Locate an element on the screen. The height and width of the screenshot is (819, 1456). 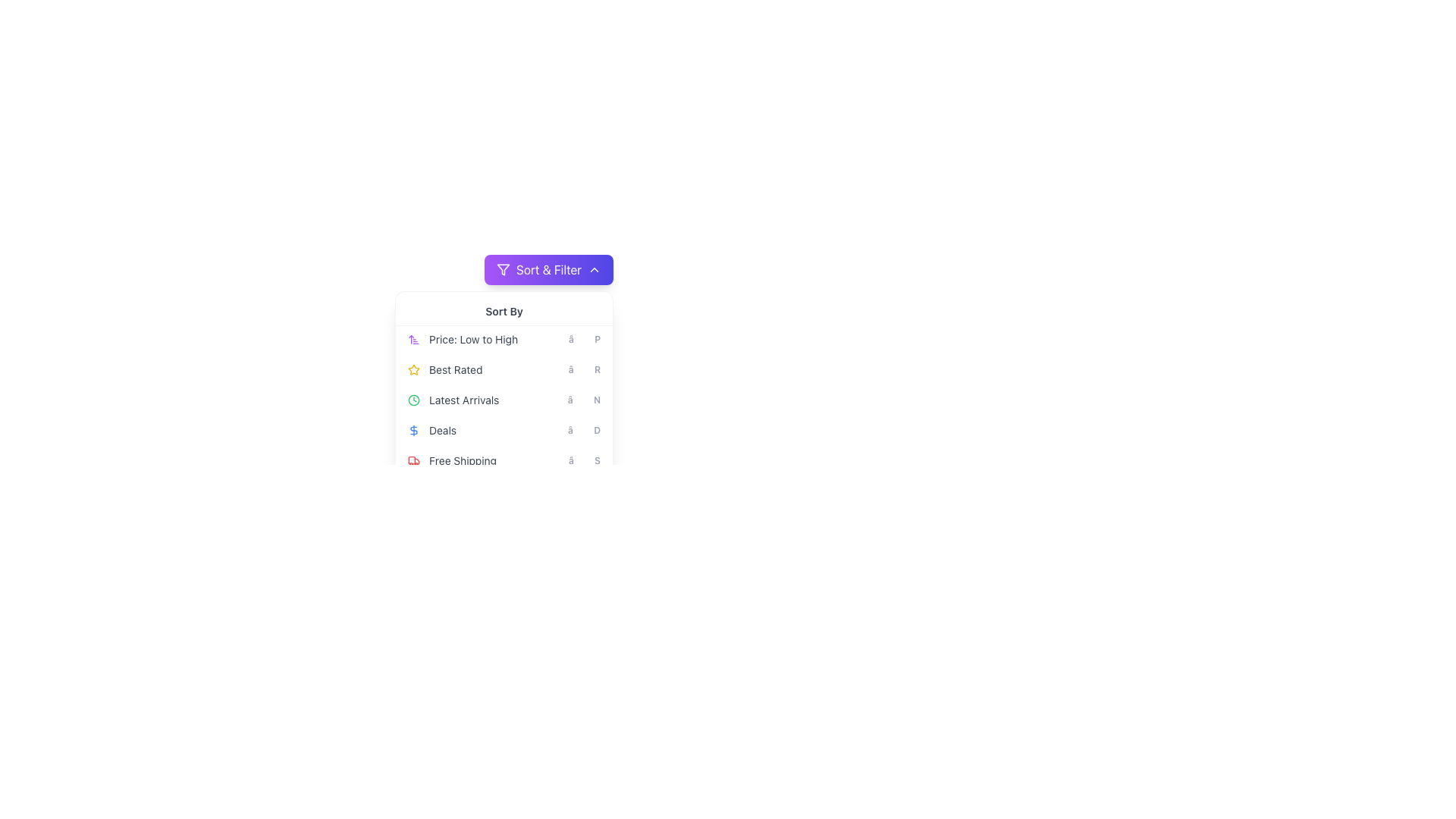
the button labeled 'Latest Arrivals' which is the third item in the dropdown menu under the 'Sort By' section for keyboard navigation is located at coordinates (504, 400).